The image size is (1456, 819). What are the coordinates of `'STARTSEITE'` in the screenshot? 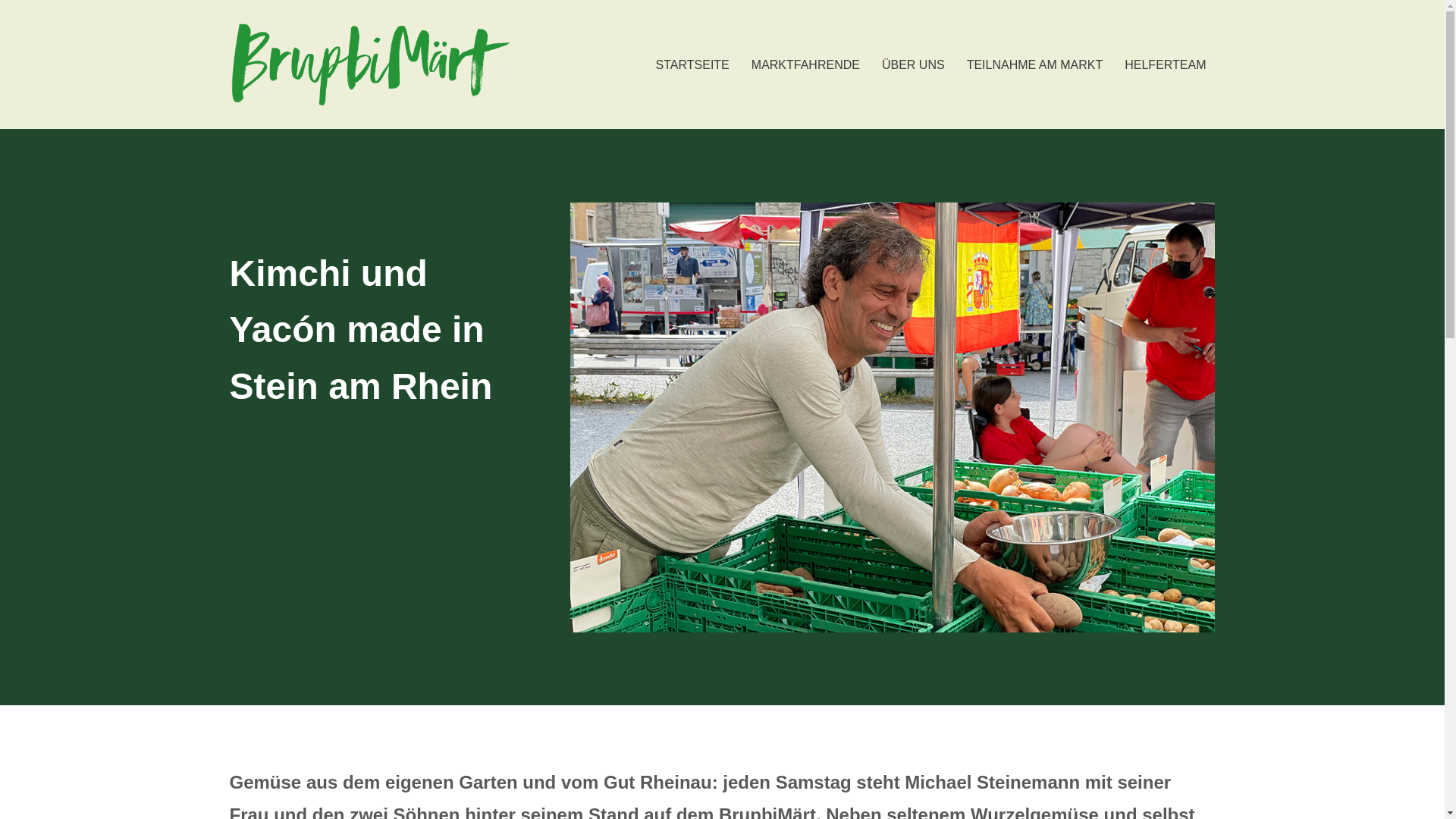 It's located at (692, 64).